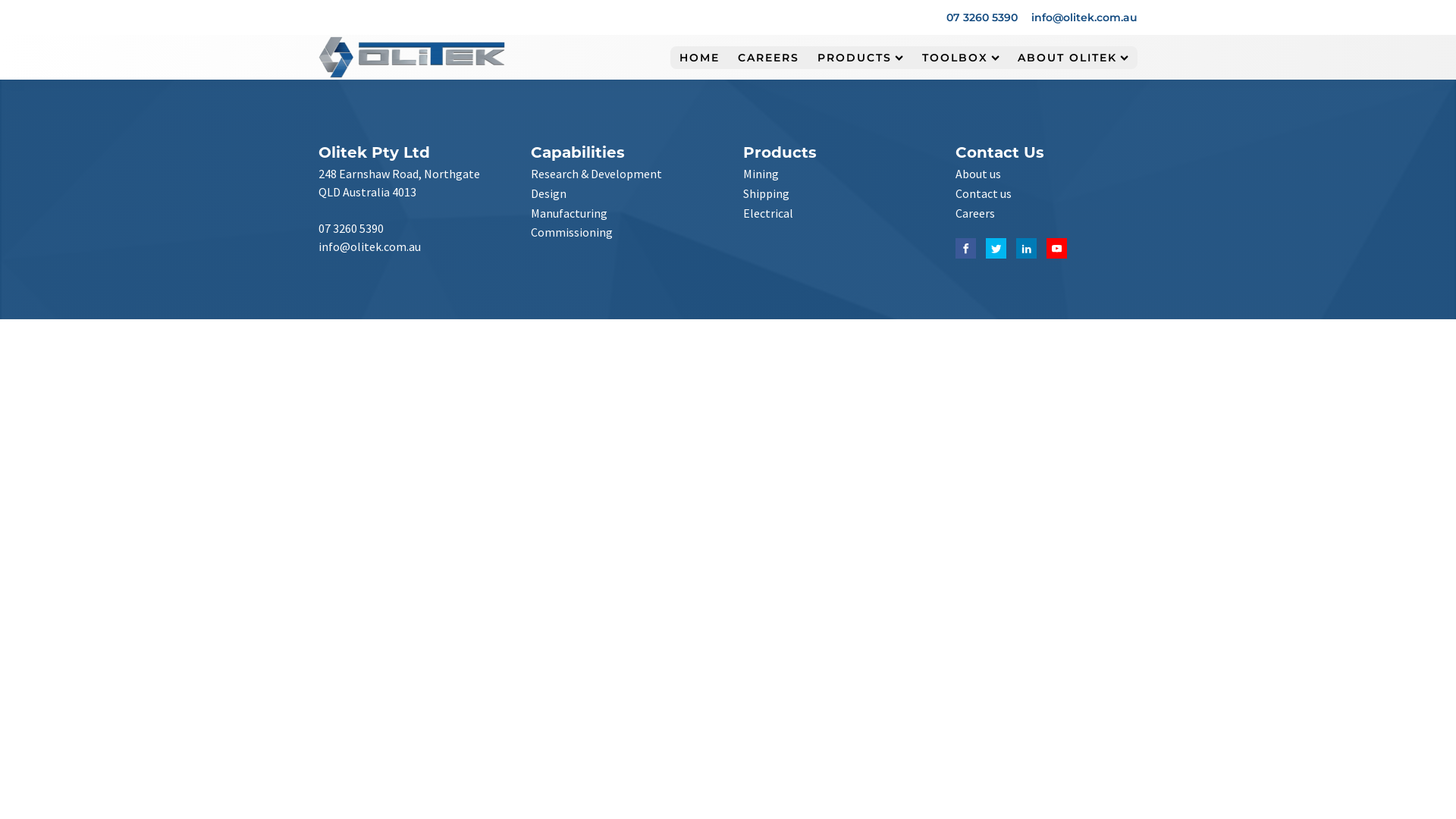 Image resolution: width=1456 pixels, height=819 pixels. I want to click on 'PRODUCTS', so click(860, 57).